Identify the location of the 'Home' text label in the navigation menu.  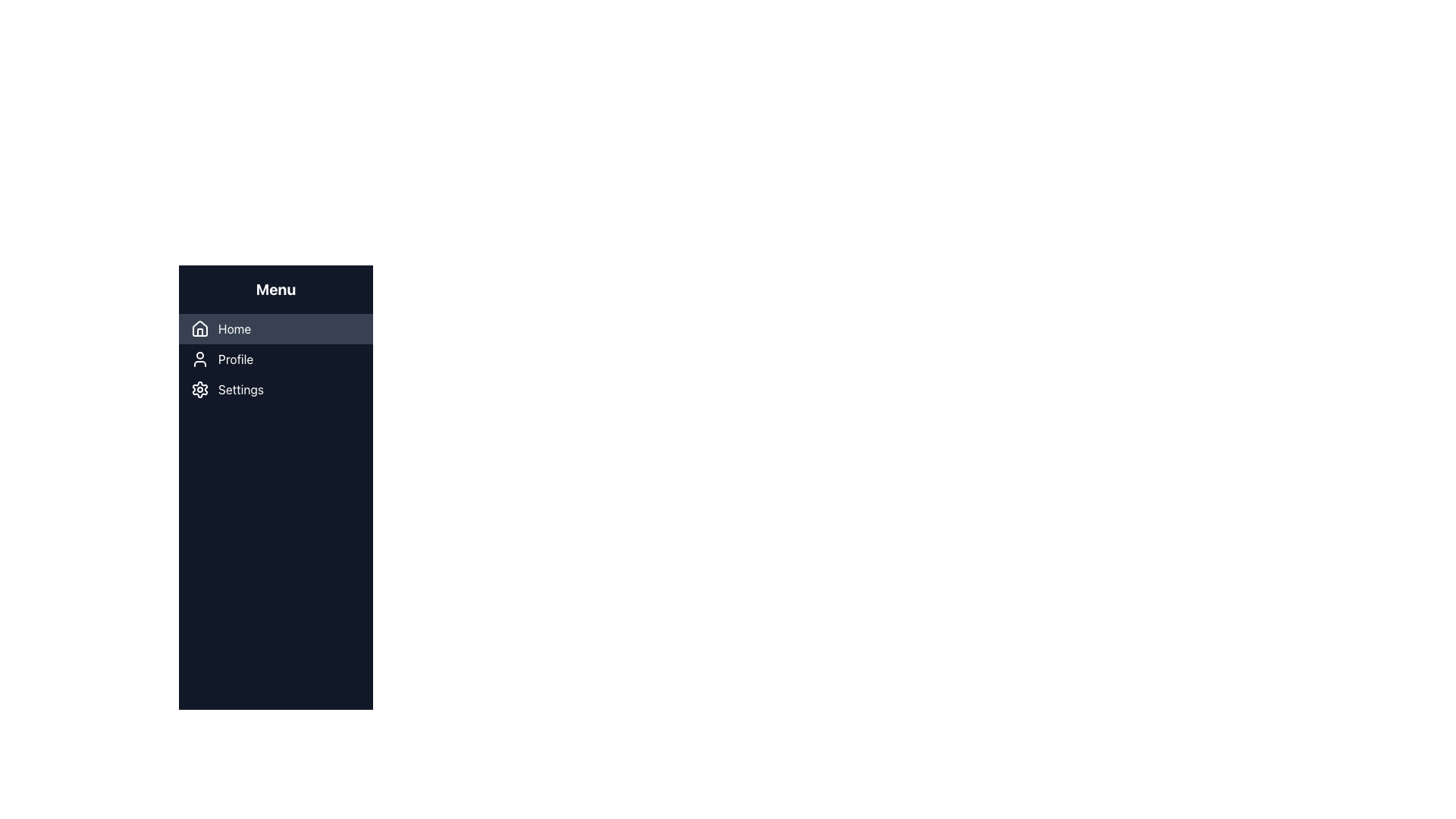
(234, 328).